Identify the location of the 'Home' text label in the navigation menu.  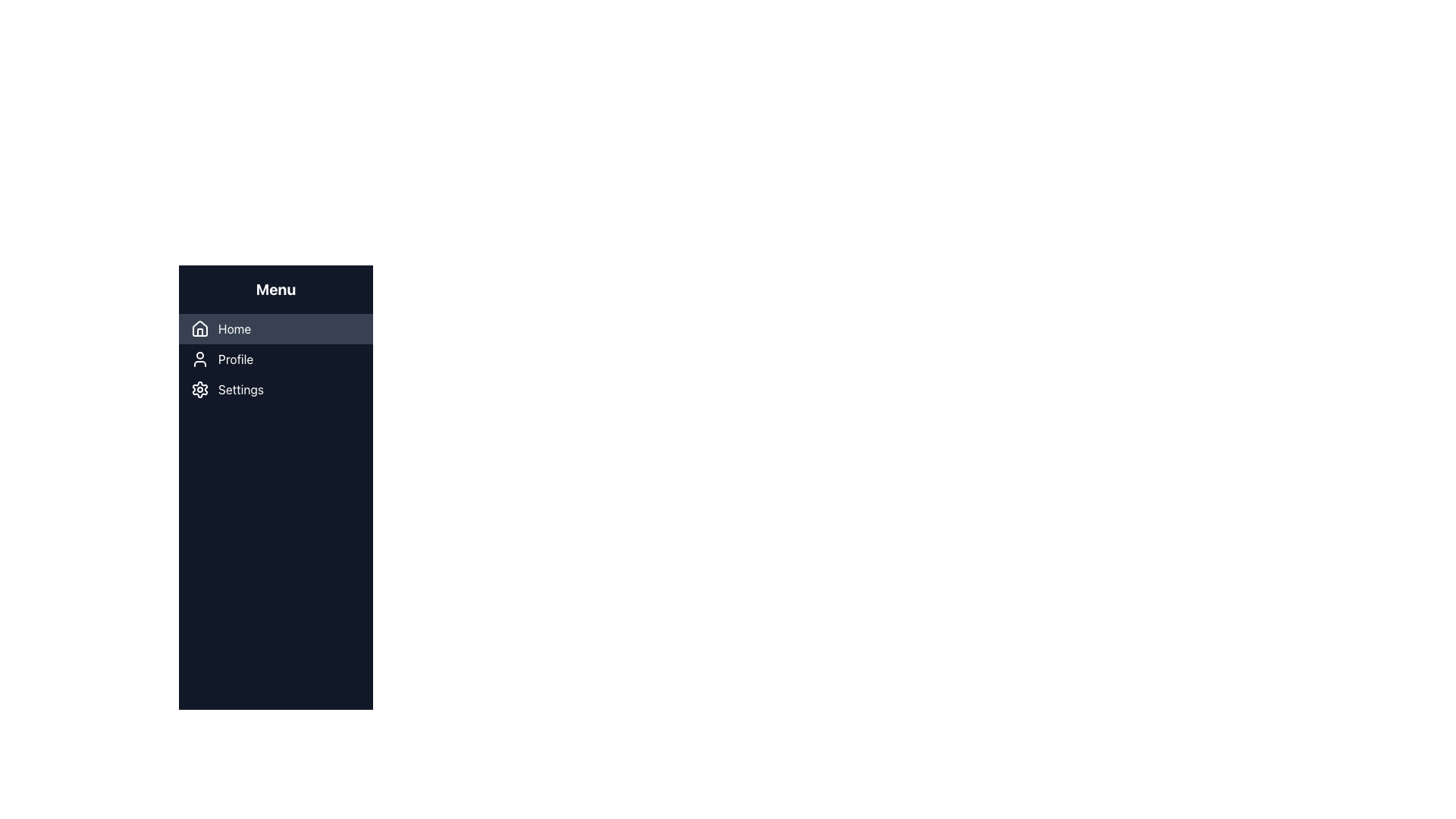
(234, 328).